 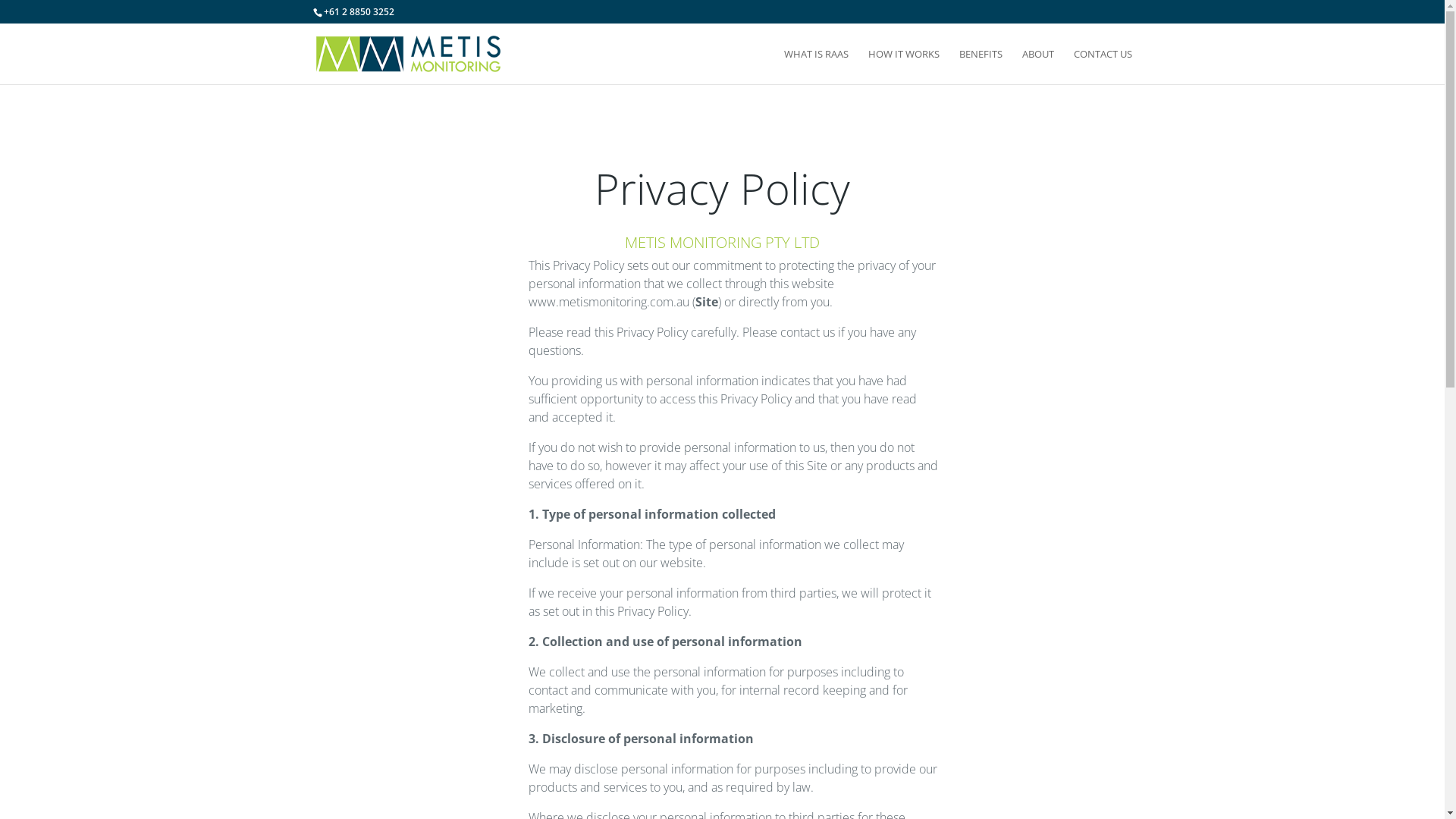 What do you see at coordinates (957, 65) in the screenshot?
I see `'BENEFITS'` at bounding box center [957, 65].